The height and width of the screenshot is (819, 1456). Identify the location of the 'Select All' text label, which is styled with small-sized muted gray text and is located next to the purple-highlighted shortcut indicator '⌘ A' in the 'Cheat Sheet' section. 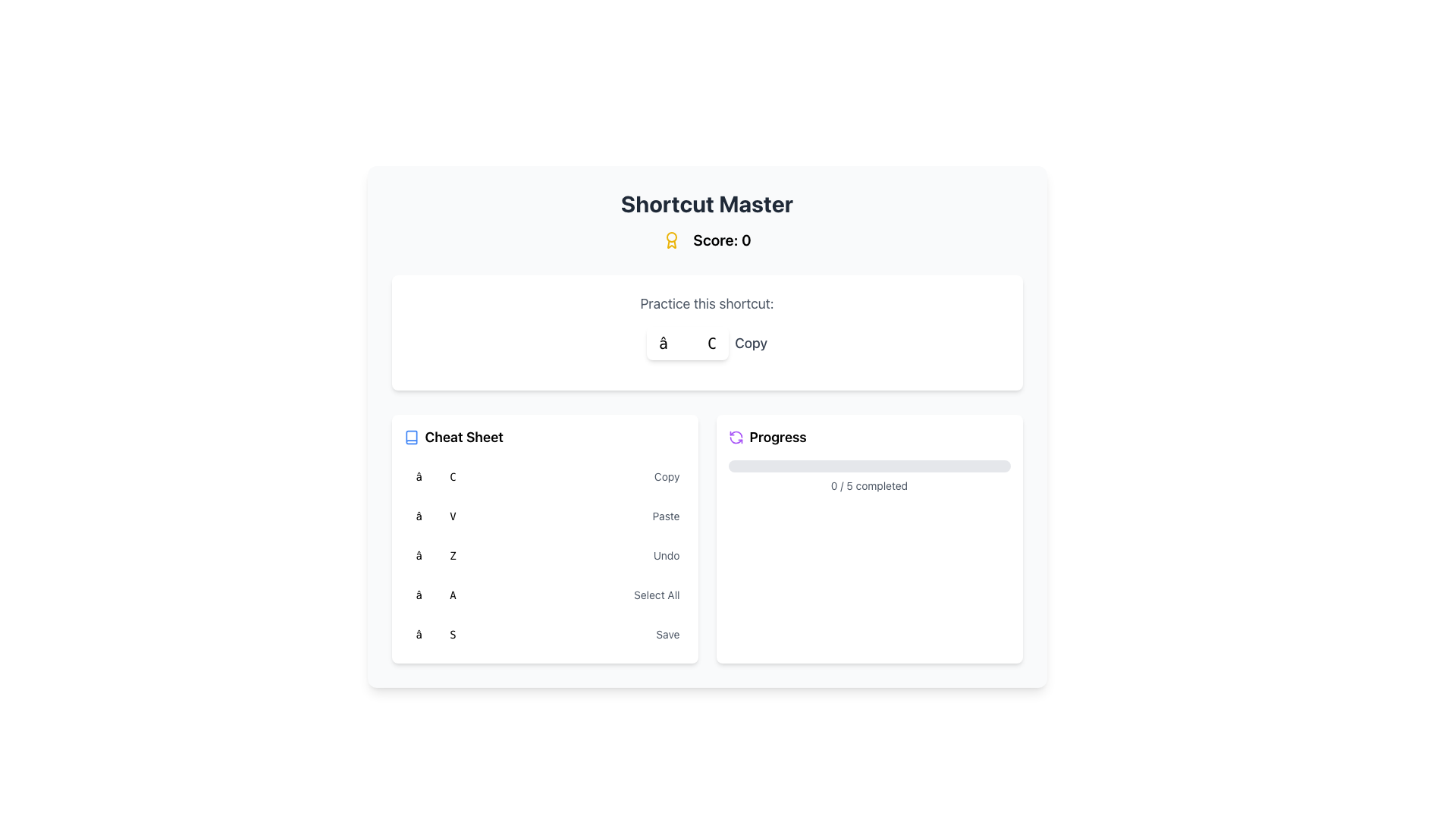
(657, 595).